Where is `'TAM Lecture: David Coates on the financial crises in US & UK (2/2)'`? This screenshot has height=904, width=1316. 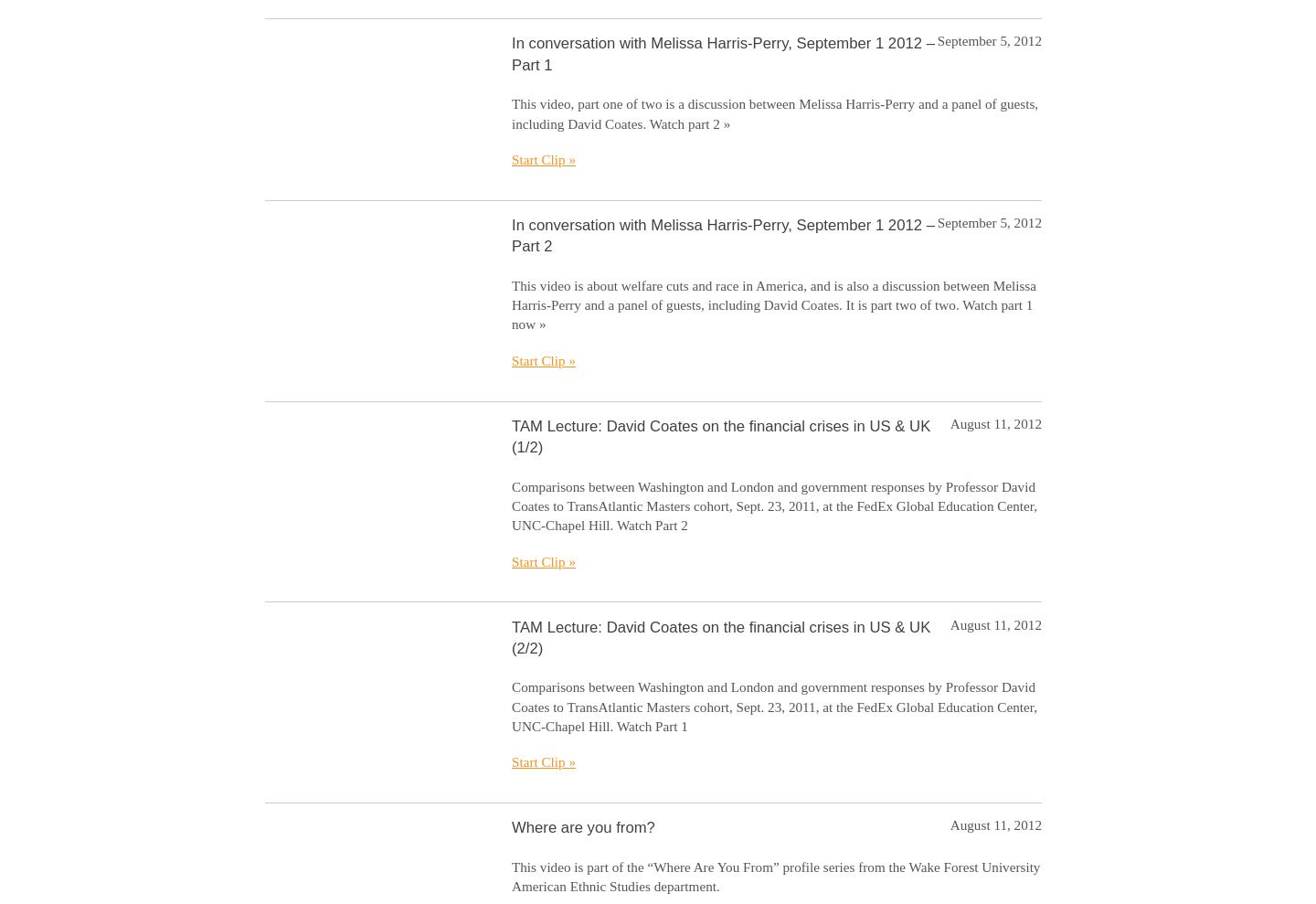
'TAM Lecture: David Coates on the financial crises in US & UK (2/2)' is located at coordinates (512, 636).